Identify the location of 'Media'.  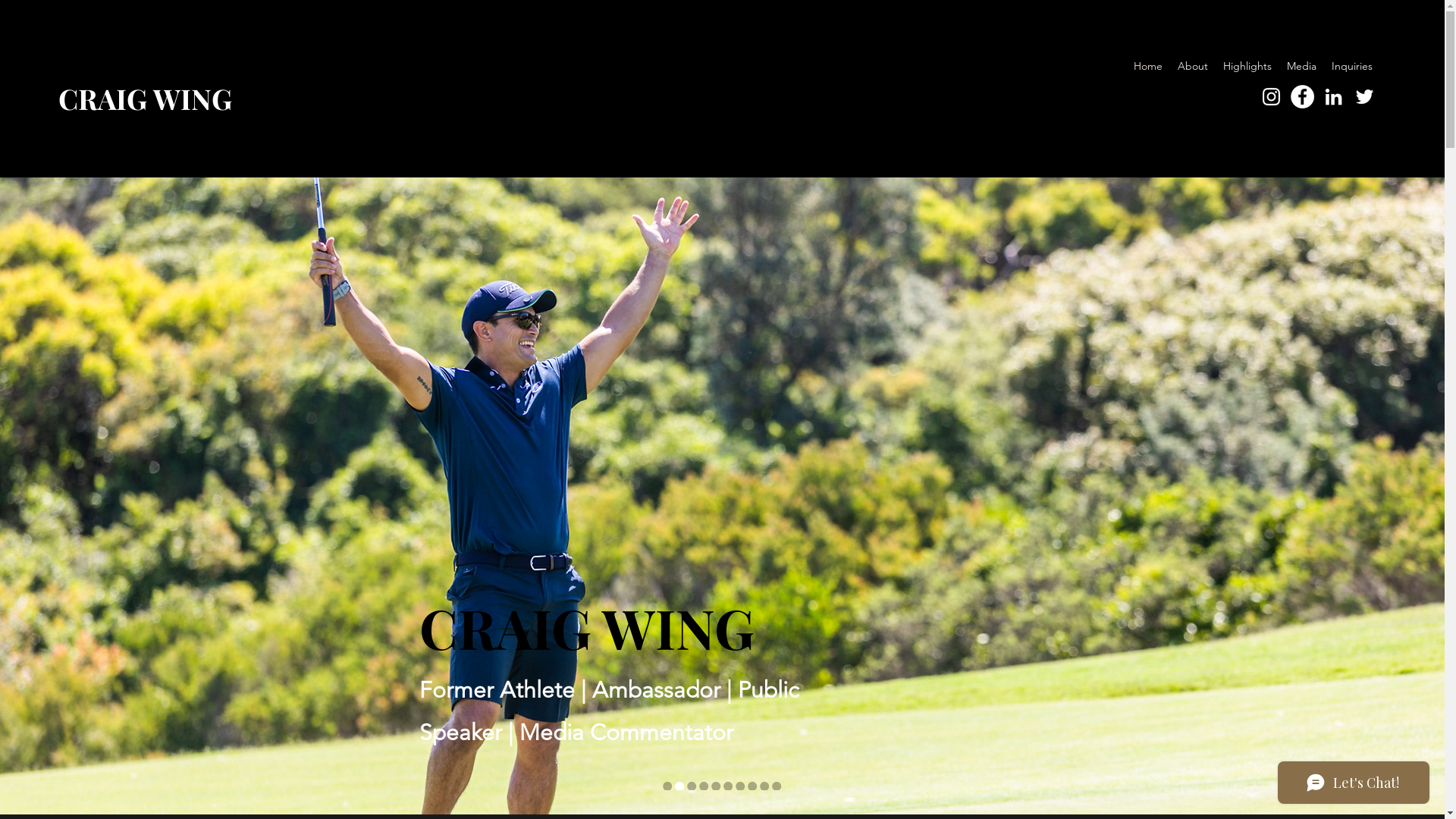
(1301, 65).